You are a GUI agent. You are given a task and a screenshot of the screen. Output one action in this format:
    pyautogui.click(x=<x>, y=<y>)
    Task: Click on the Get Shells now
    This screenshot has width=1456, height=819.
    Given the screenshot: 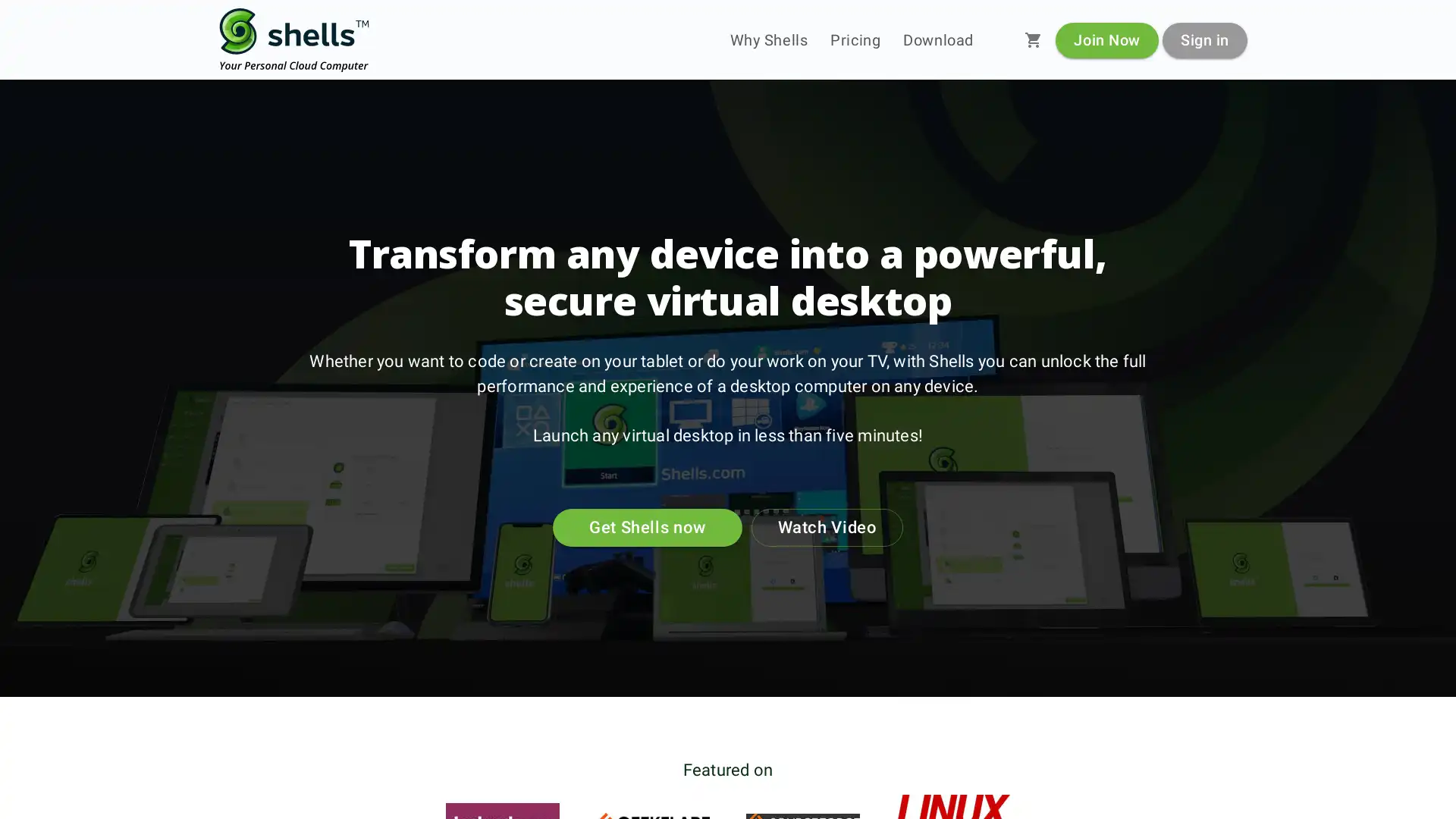 What is the action you would take?
    pyautogui.click(x=648, y=526)
    